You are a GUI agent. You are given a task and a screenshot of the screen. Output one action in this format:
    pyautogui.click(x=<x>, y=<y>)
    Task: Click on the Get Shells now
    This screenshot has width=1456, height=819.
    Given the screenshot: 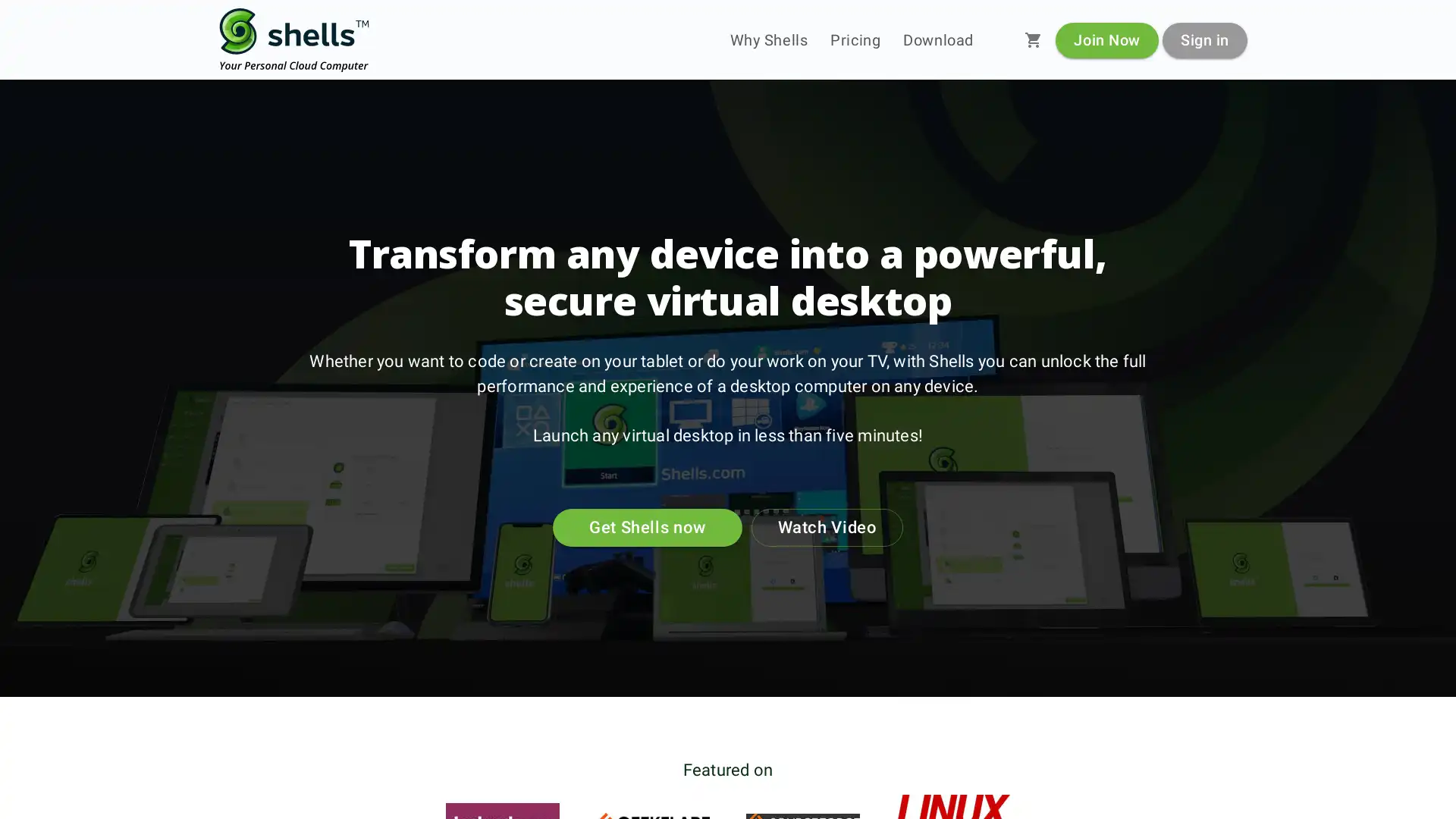 What is the action you would take?
    pyautogui.click(x=648, y=526)
    